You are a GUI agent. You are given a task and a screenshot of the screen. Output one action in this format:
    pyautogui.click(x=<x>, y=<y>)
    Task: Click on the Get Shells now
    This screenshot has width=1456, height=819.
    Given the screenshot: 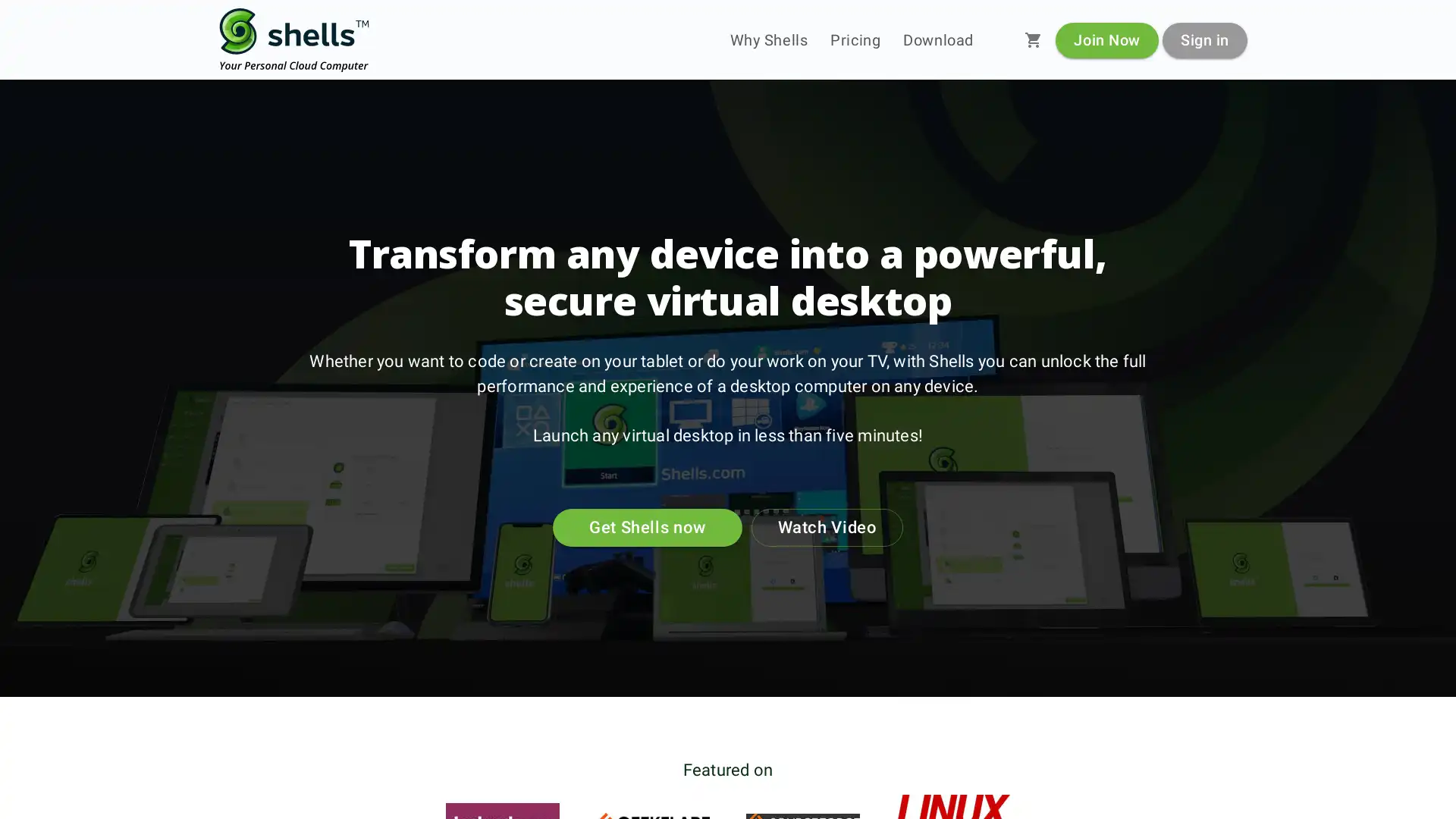 What is the action you would take?
    pyautogui.click(x=648, y=526)
    